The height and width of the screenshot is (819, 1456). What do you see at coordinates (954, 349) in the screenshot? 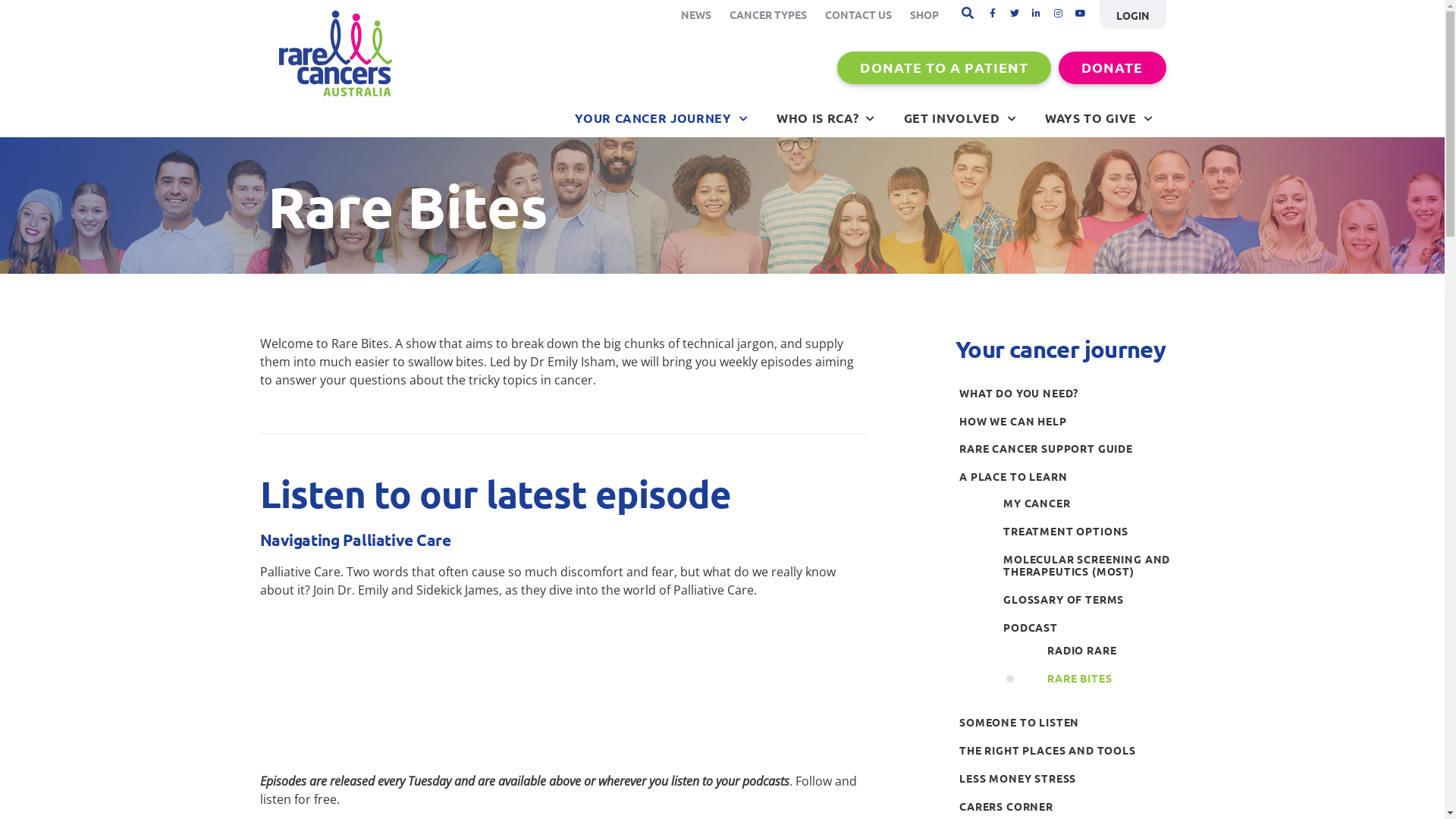
I see `'Your cancer journey'` at bounding box center [954, 349].